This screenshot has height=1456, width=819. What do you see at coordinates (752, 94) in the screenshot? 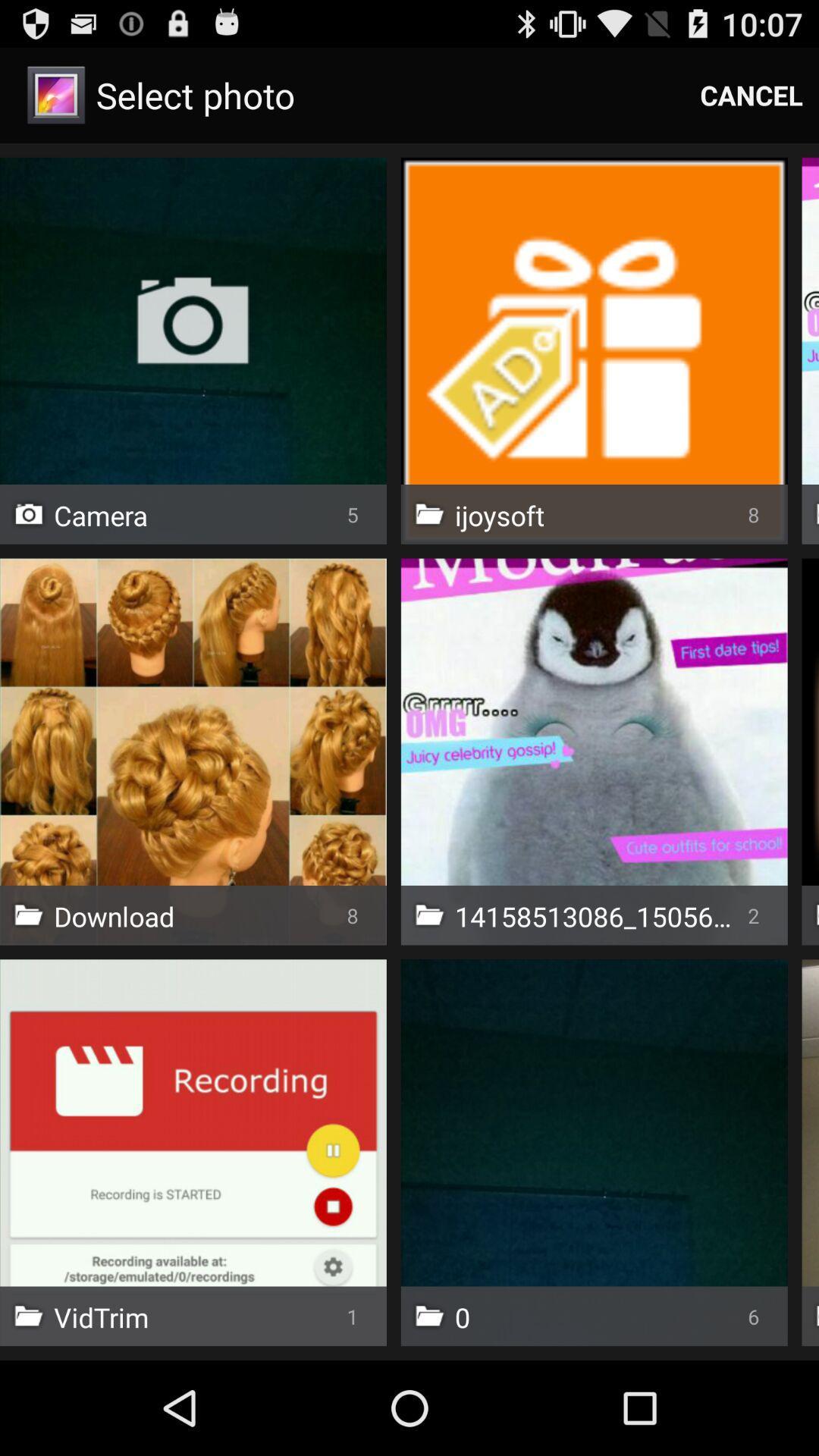
I see `cancel item` at bounding box center [752, 94].